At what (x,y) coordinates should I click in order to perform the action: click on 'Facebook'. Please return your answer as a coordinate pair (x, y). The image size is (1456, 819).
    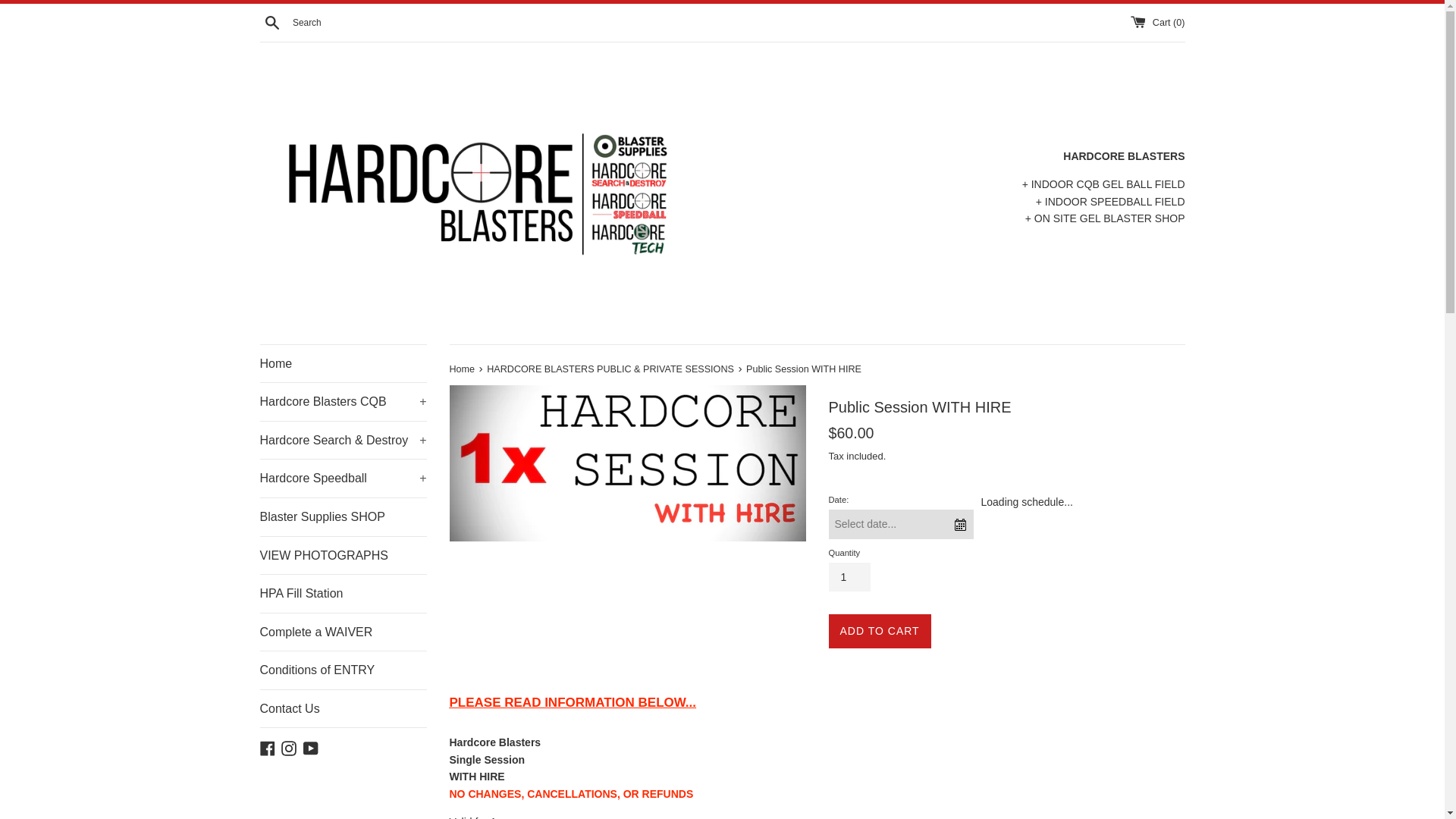
    Looking at the image, I should click on (266, 745).